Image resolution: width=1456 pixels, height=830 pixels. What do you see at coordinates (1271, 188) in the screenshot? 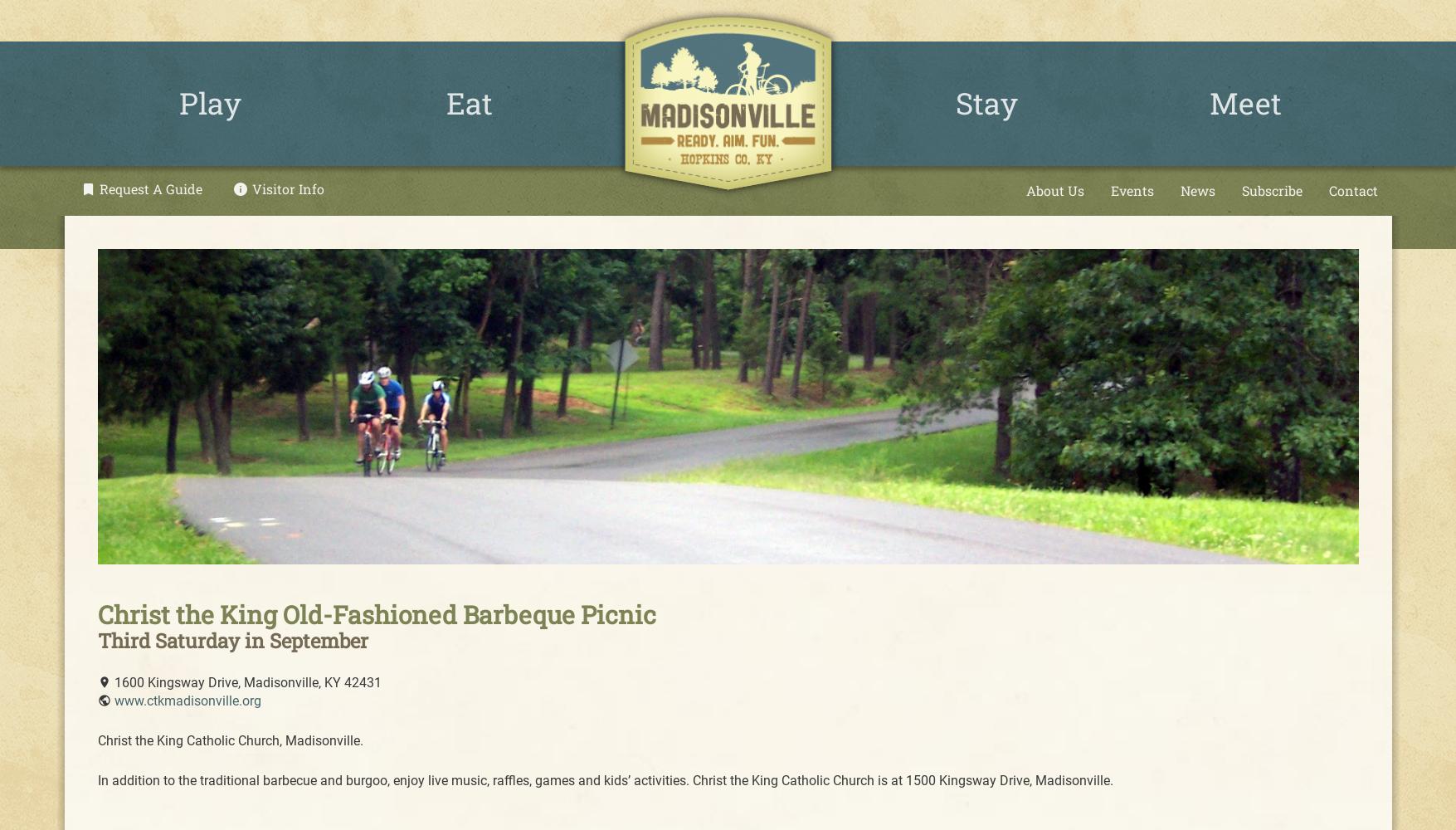
I see `'Subscribe'` at bounding box center [1271, 188].